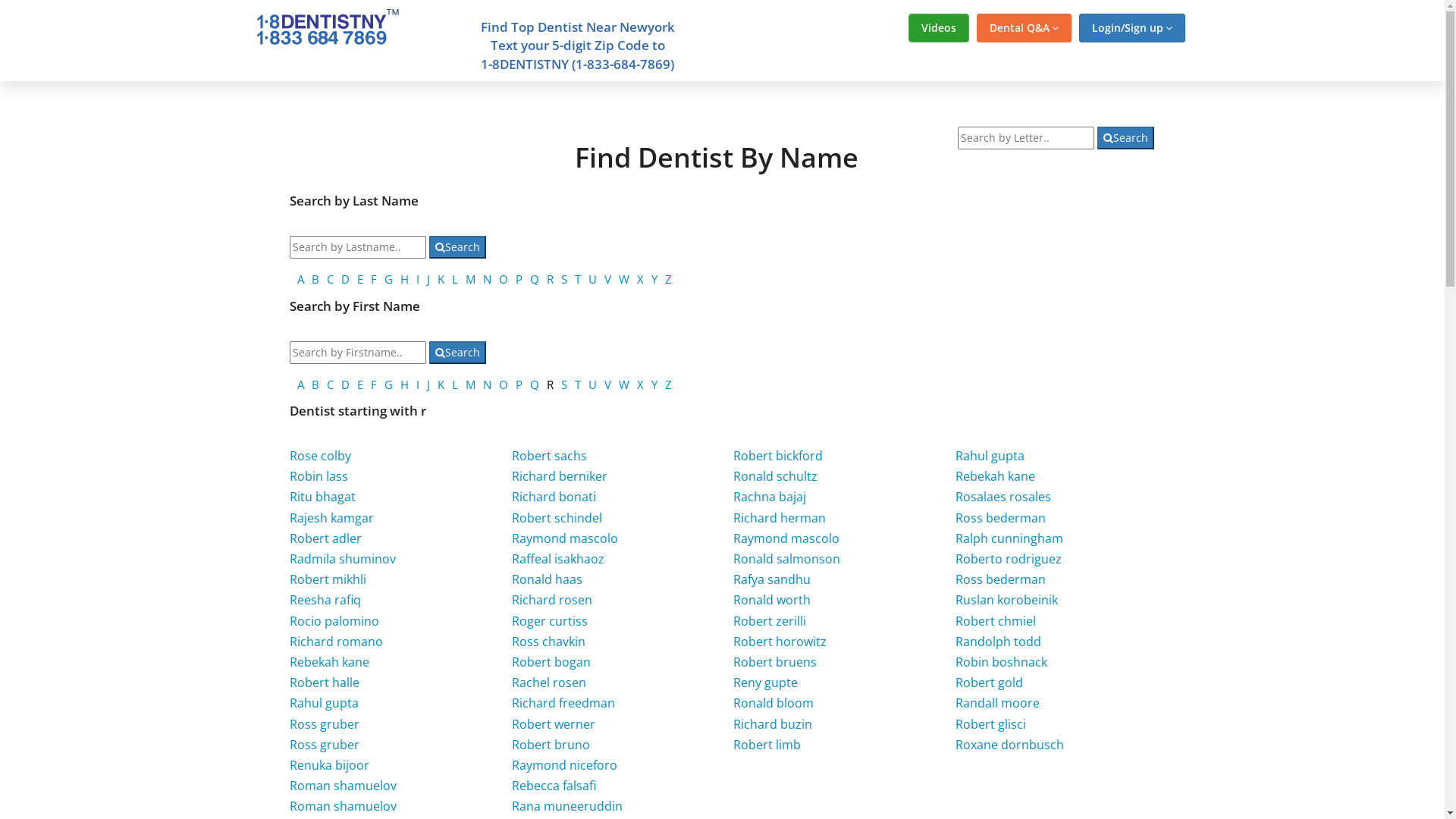  Describe the element at coordinates (1006, 598) in the screenshot. I see `'Ruslan korobeinik'` at that location.